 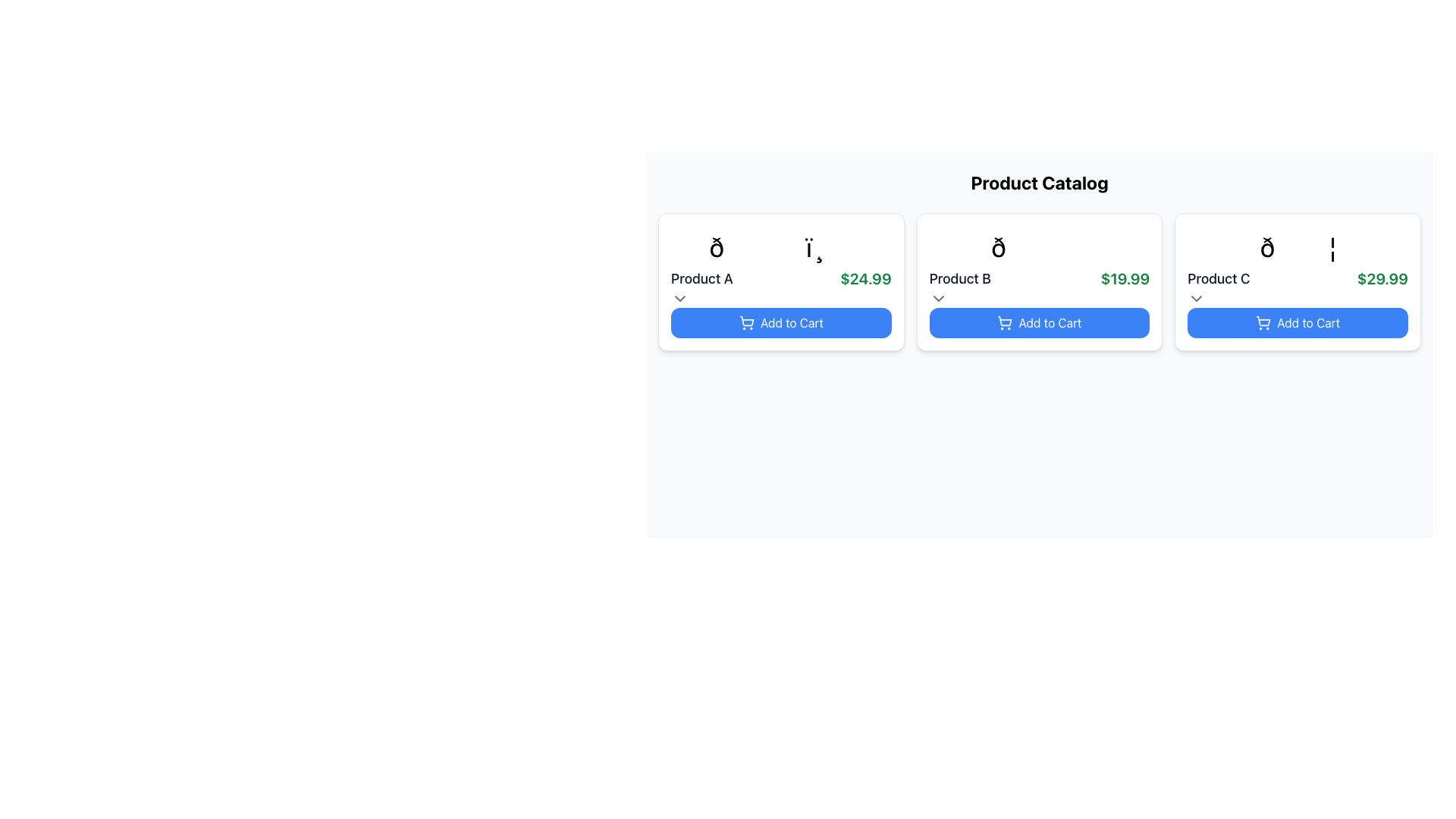 What do you see at coordinates (746, 322) in the screenshot?
I see `the shopping cart icon located on the left side of the 'Add to Cart' button in the 'Product A' card` at bounding box center [746, 322].